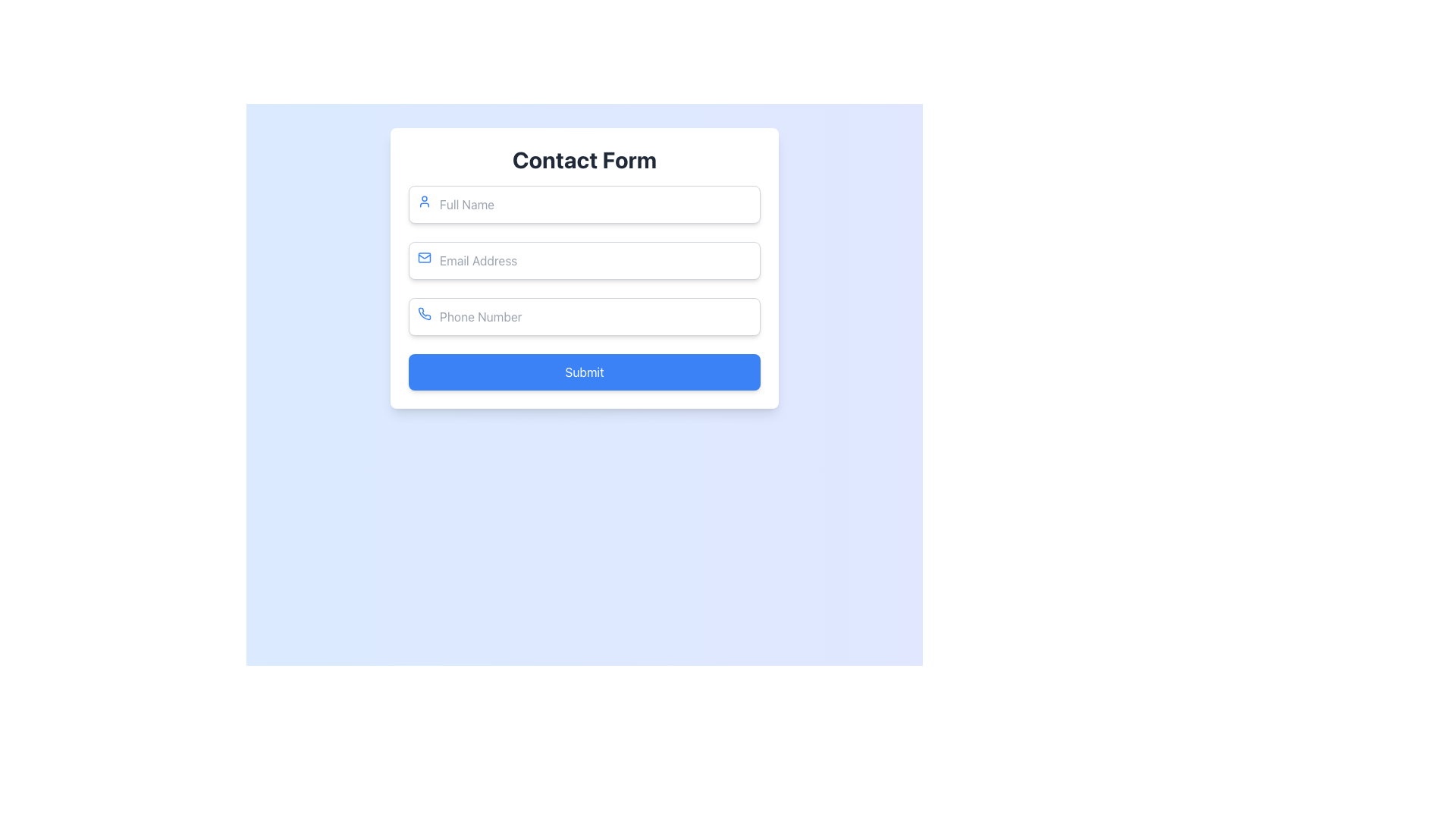 This screenshot has width=1456, height=819. I want to click on the decorative phone icon located in the top-left corner of the 'Phone Number' input field in the contact form interface, so click(425, 312).